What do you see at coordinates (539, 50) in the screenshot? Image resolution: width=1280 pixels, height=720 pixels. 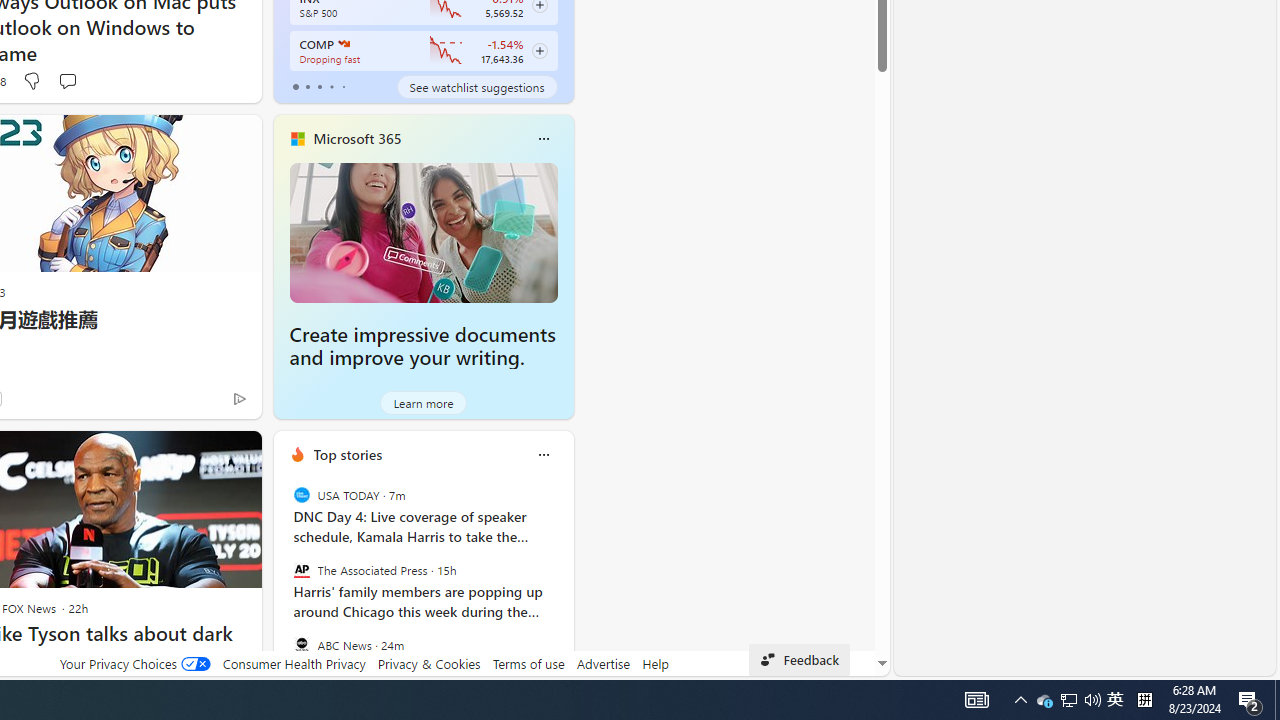 I see `'Class: follow-button  m'` at bounding box center [539, 50].